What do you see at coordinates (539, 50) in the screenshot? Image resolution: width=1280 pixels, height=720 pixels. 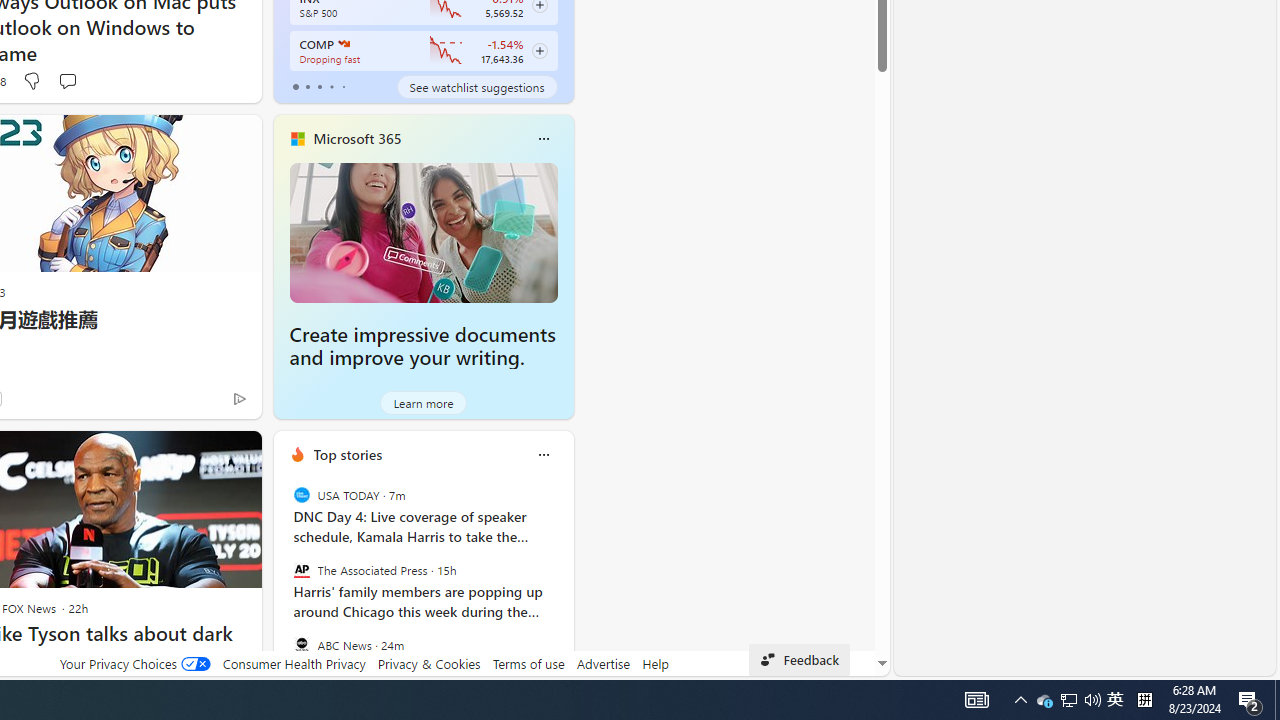 I see `'Class: follow-button  m'` at bounding box center [539, 50].